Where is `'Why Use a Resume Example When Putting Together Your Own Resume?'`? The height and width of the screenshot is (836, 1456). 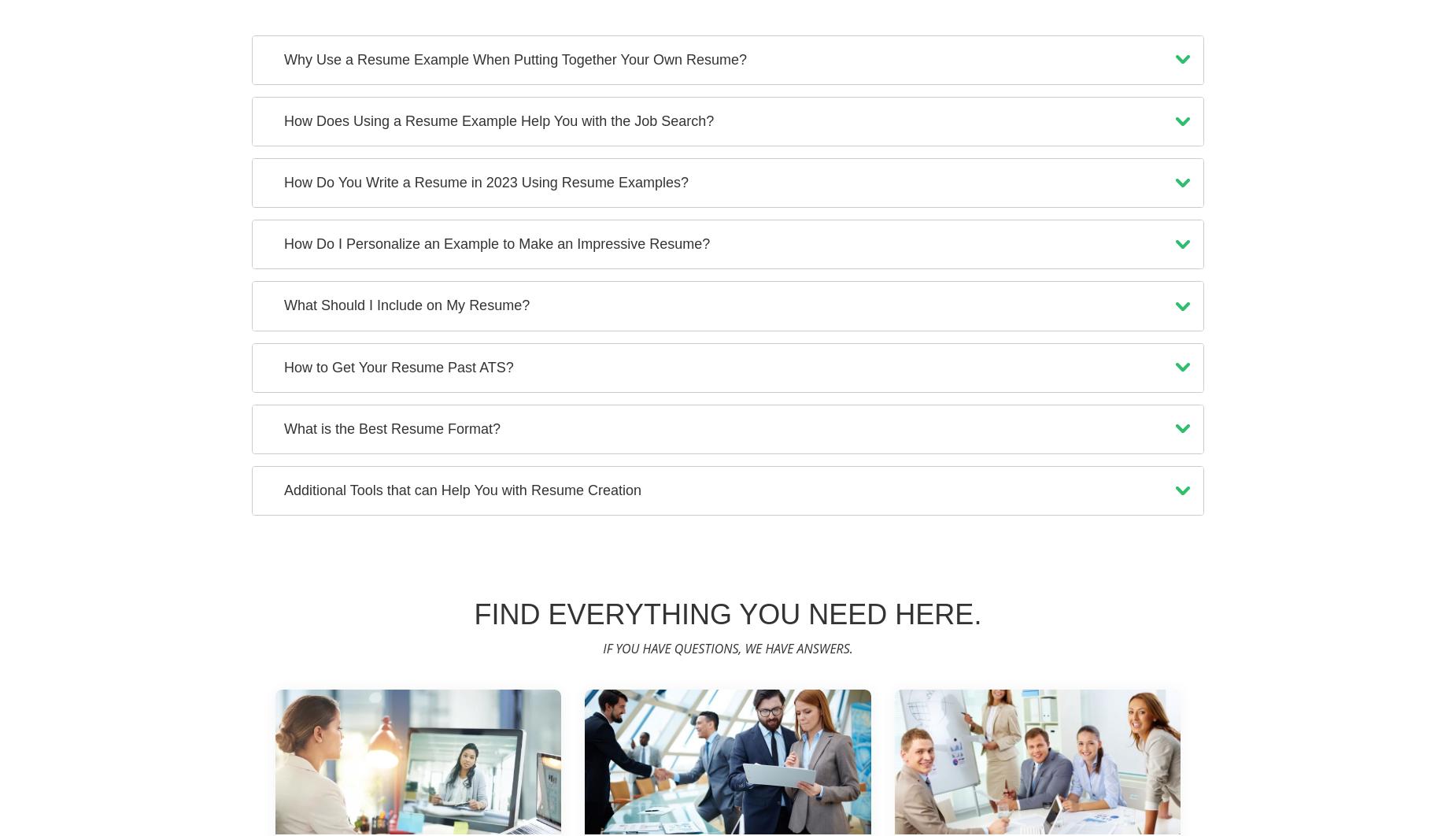
'Why Use a Resume Example When Putting Together Your Own Resume?' is located at coordinates (515, 58).